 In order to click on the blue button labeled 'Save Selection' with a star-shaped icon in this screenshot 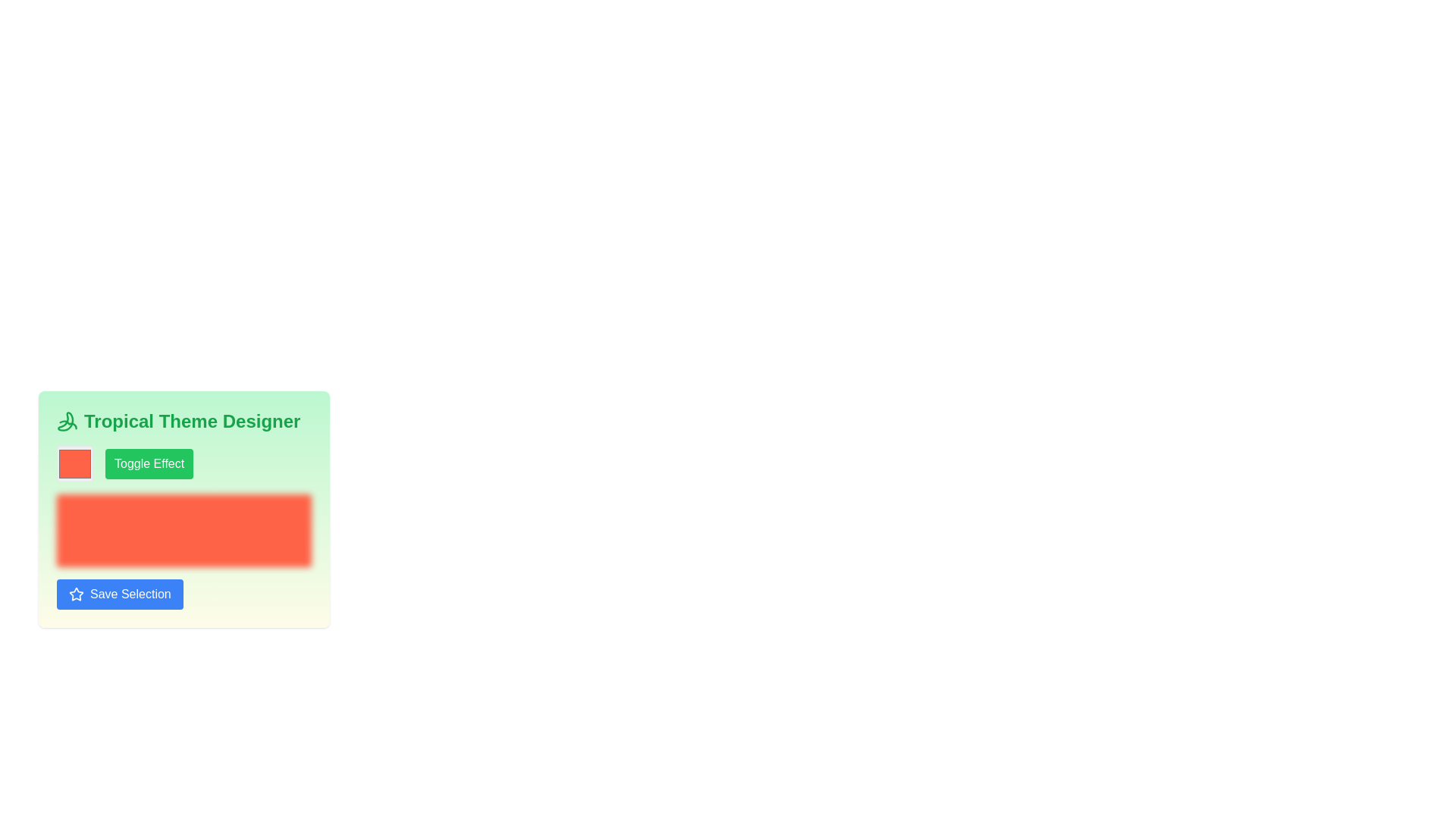, I will do `click(119, 593)`.